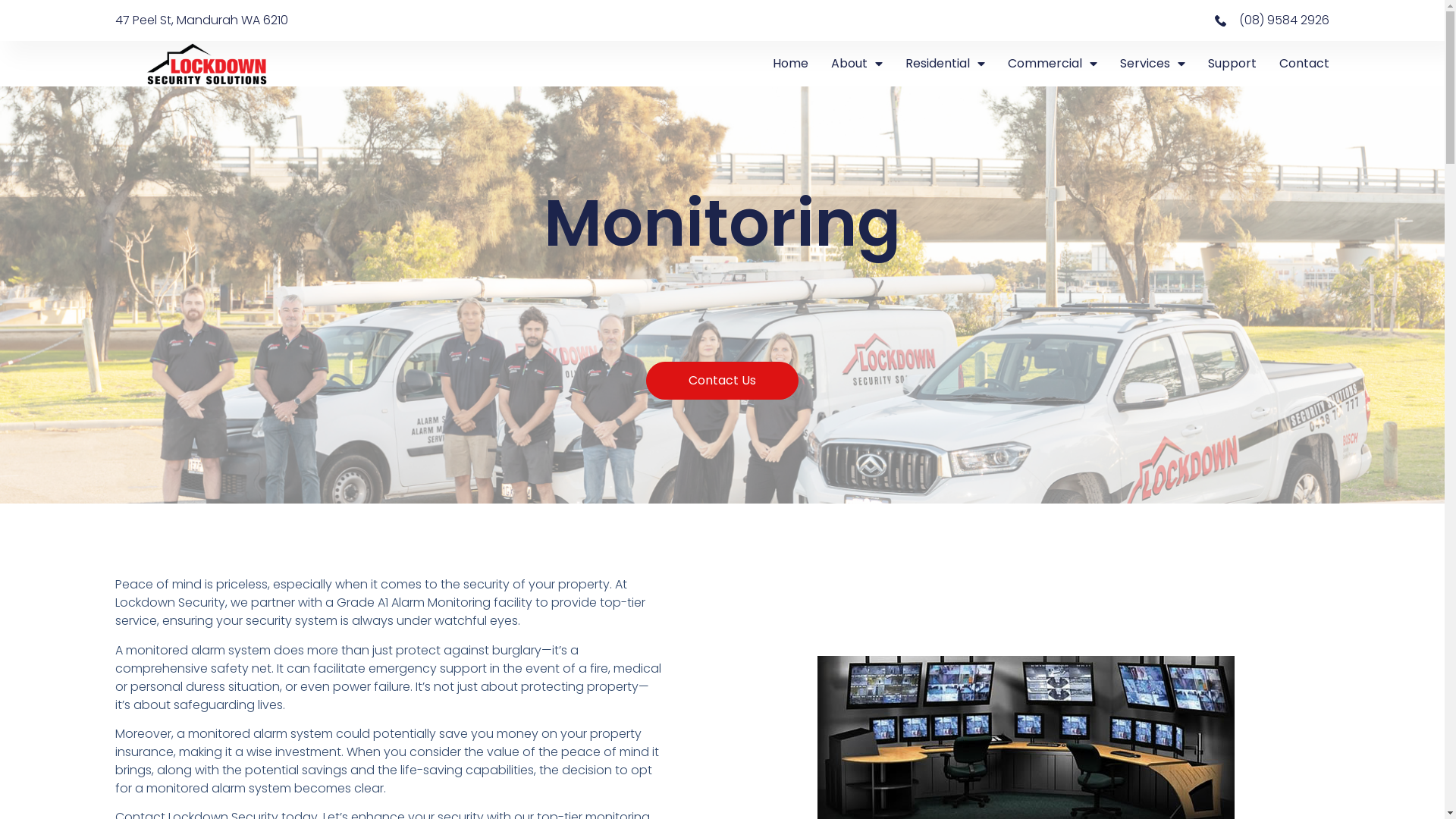 This screenshot has width=1456, height=819. Describe the element at coordinates (721, 379) in the screenshot. I see `'Contact Us'` at that location.